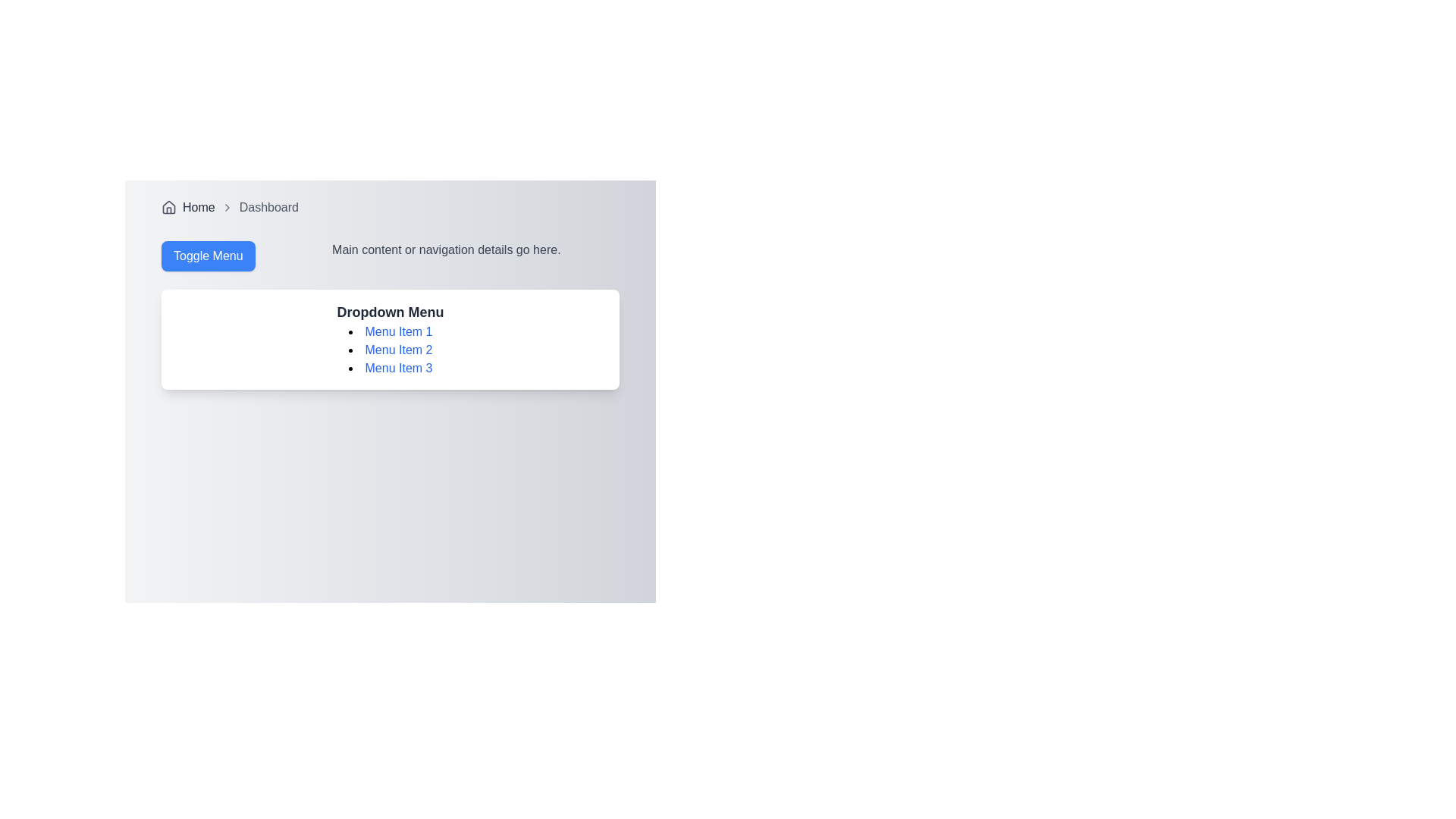 The image size is (1456, 819). Describe the element at coordinates (390, 350) in the screenshot. I see `the 'Menu Item 2' text link within the dropdown menu` at that location.